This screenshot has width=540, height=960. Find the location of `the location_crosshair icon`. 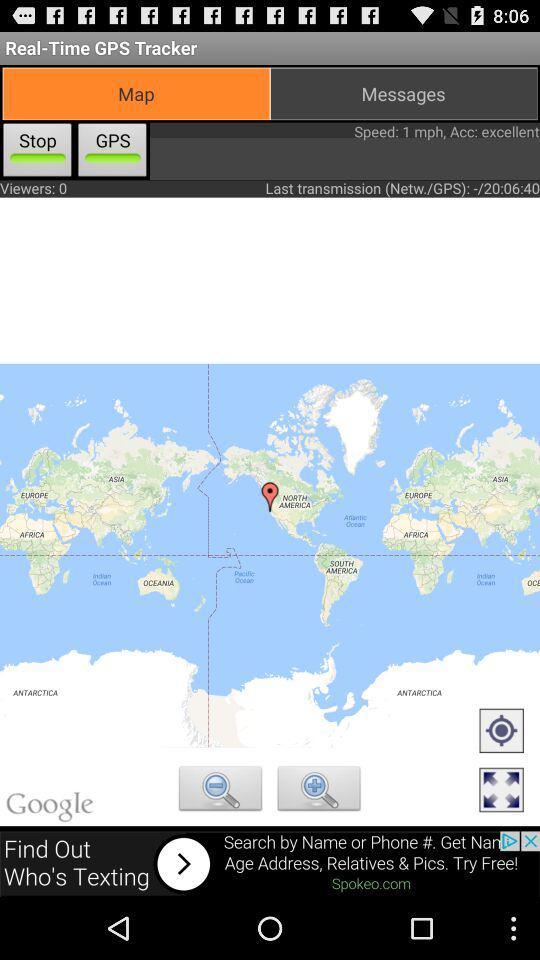

the location_crosshair icon is located at coordinates (500, 783).